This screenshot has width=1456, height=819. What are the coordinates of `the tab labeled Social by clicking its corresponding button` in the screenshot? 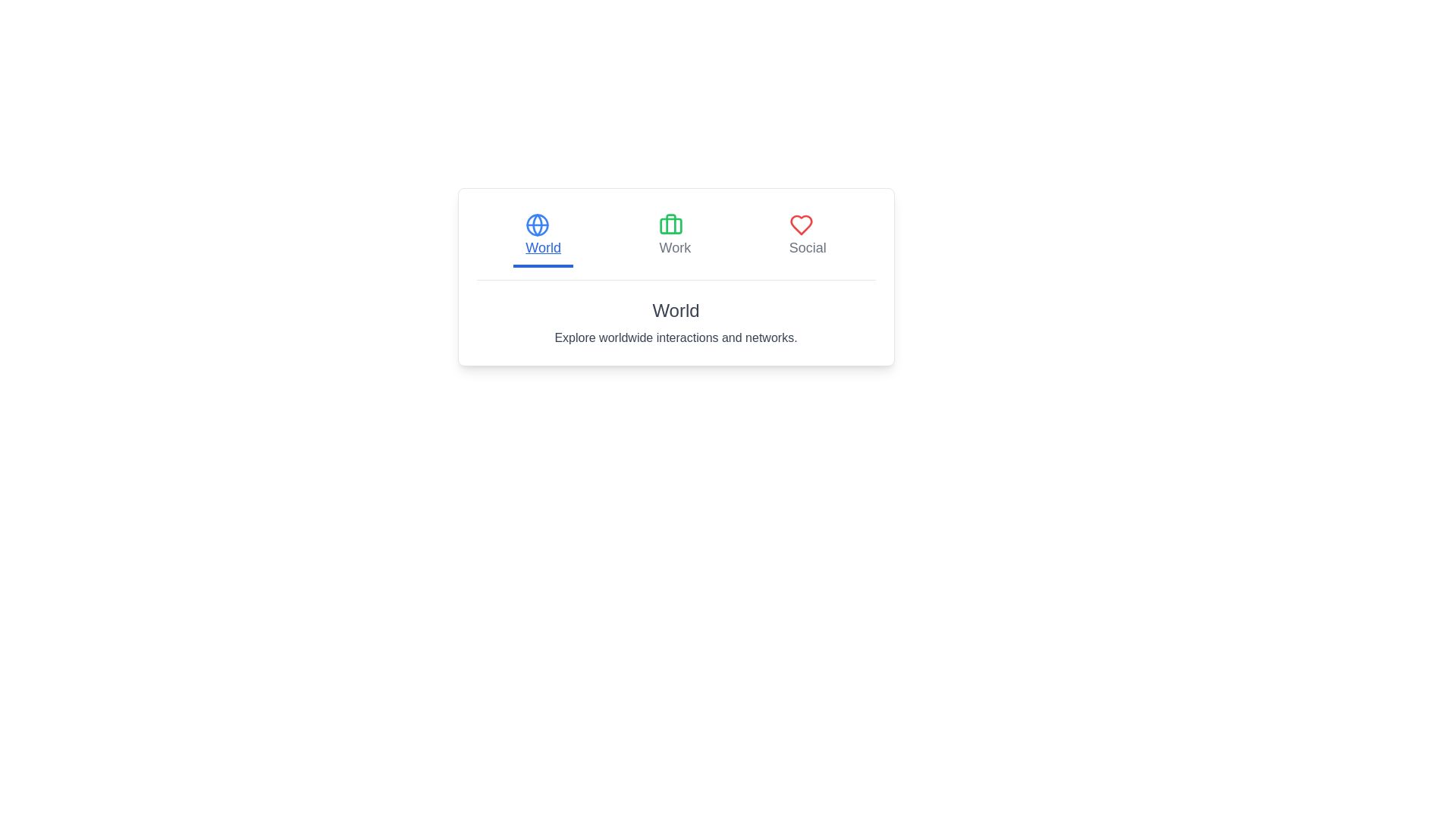 It's located at (807, 237).